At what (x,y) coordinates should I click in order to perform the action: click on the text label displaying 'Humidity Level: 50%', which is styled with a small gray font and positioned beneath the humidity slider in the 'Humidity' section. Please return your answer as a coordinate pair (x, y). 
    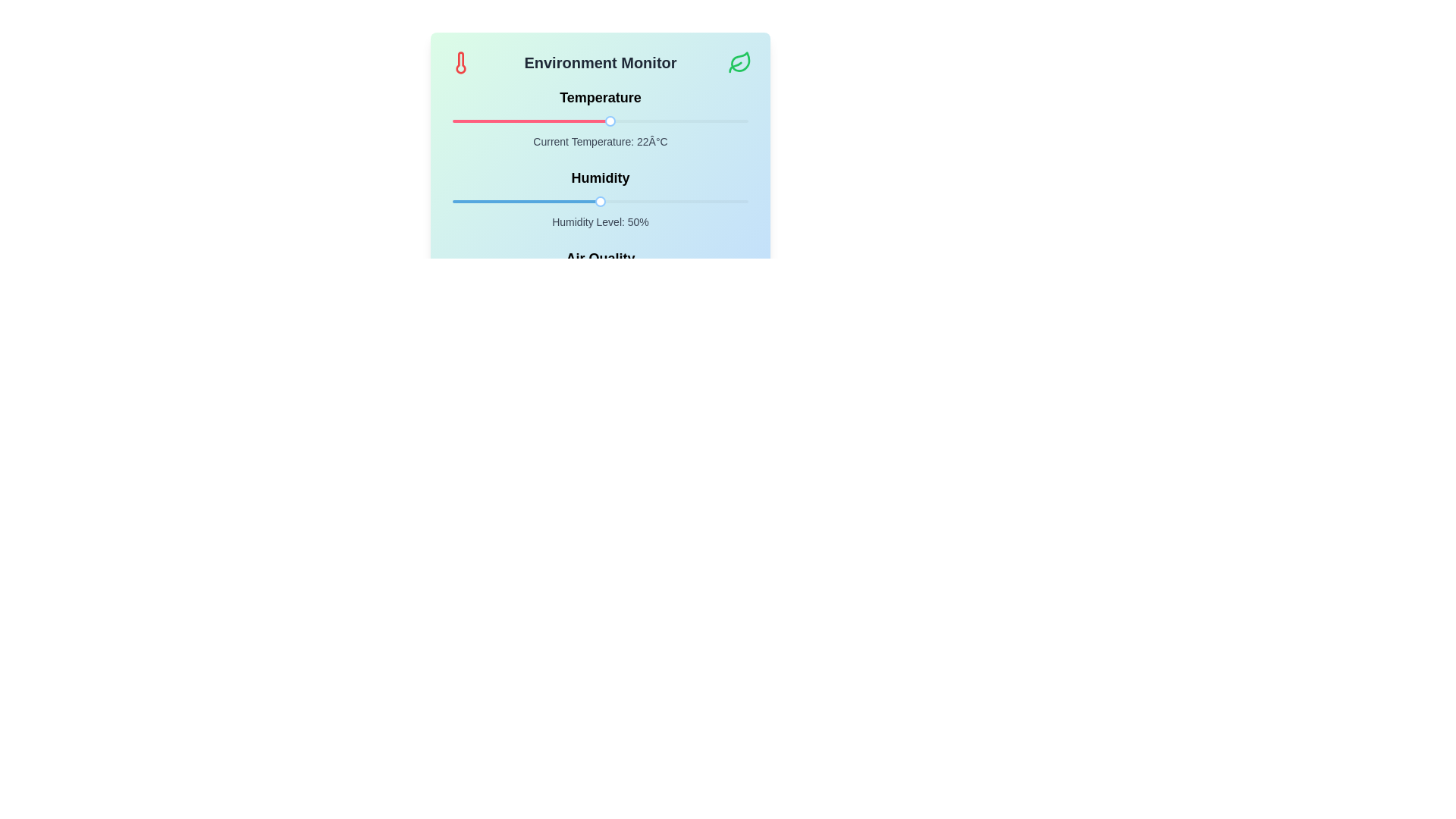
    Looking at the image, I should click on (600, 222).